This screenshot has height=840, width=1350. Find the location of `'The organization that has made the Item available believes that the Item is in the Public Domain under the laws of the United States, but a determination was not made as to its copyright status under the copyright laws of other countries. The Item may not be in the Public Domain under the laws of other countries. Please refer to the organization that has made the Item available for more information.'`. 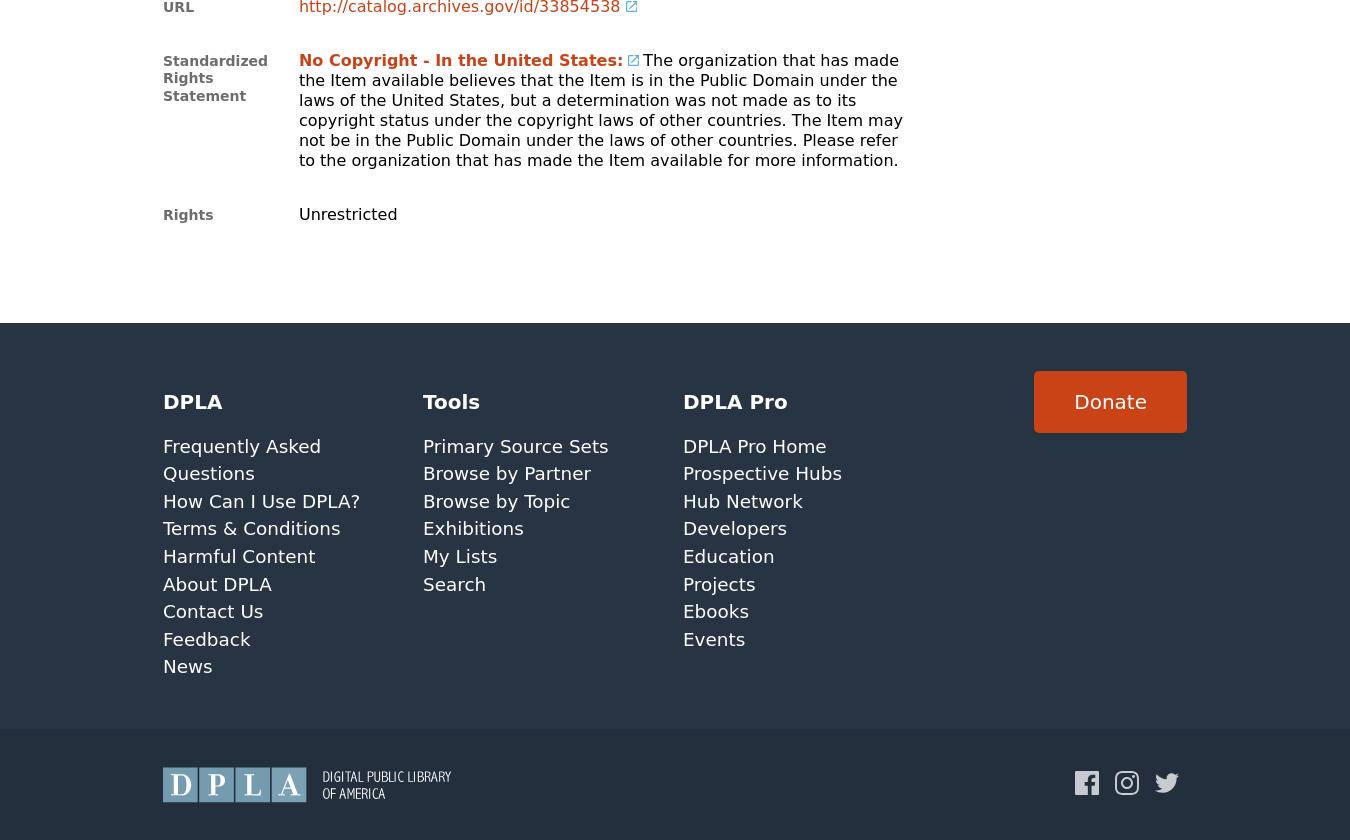

'The organization that has made the Item available believes that the Item is in the Public Domain under the laws of the United States, but a determination was not made as to its copyright status under the copyright laws of other countries. The Item may not be in the Public Domain under the laws of other countries. Please refer to the organization that has made the Item available for more information.' is located at coordinates (599, 109).